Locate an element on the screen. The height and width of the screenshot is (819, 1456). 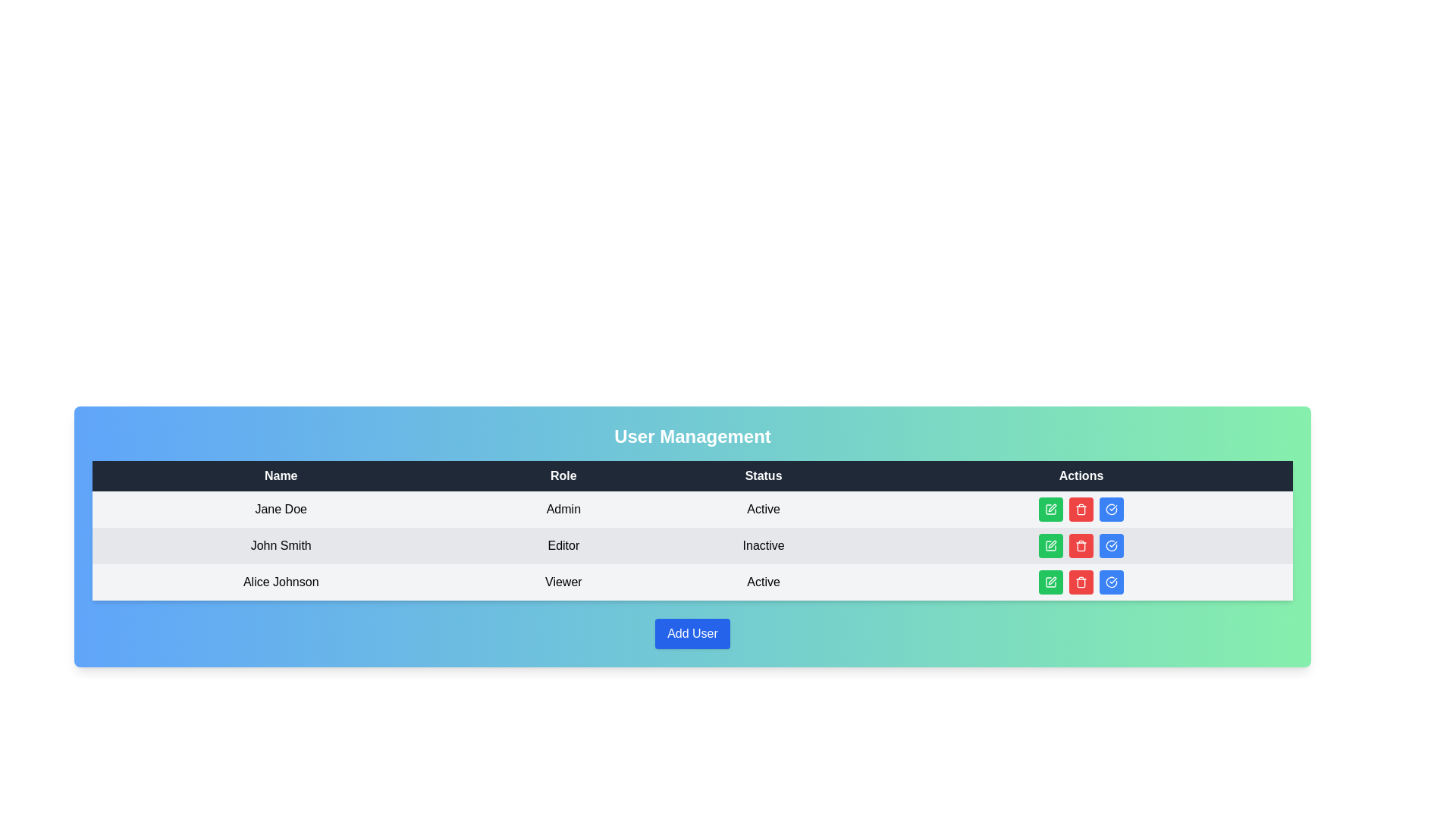
the small red trash can icon button in the 'Actions' column of the user management table for the user 'John Smith' is located at coordinates (1080, 581).